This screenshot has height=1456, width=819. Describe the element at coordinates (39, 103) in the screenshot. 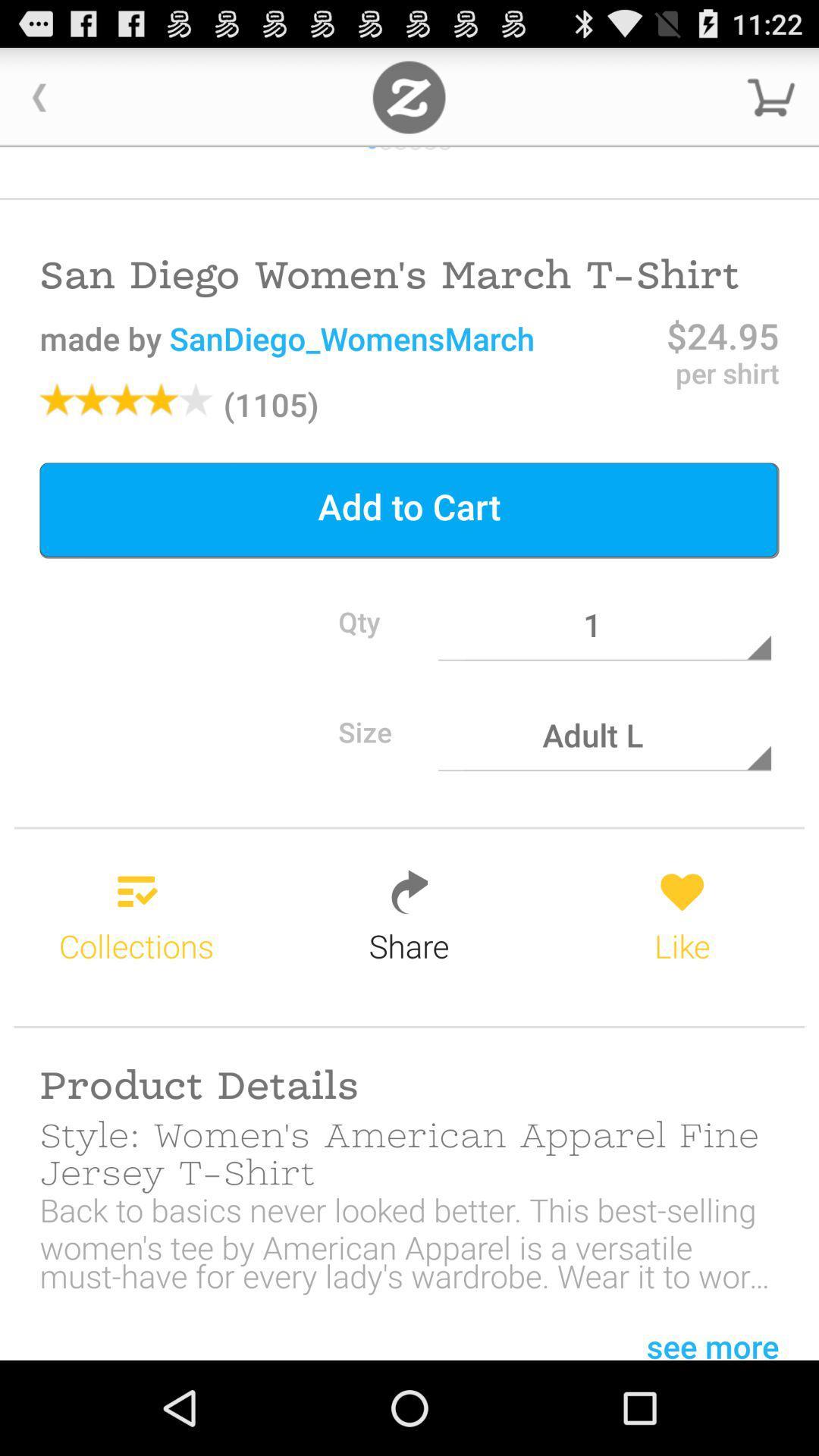

I see `the arrow_backward icon` at that location.